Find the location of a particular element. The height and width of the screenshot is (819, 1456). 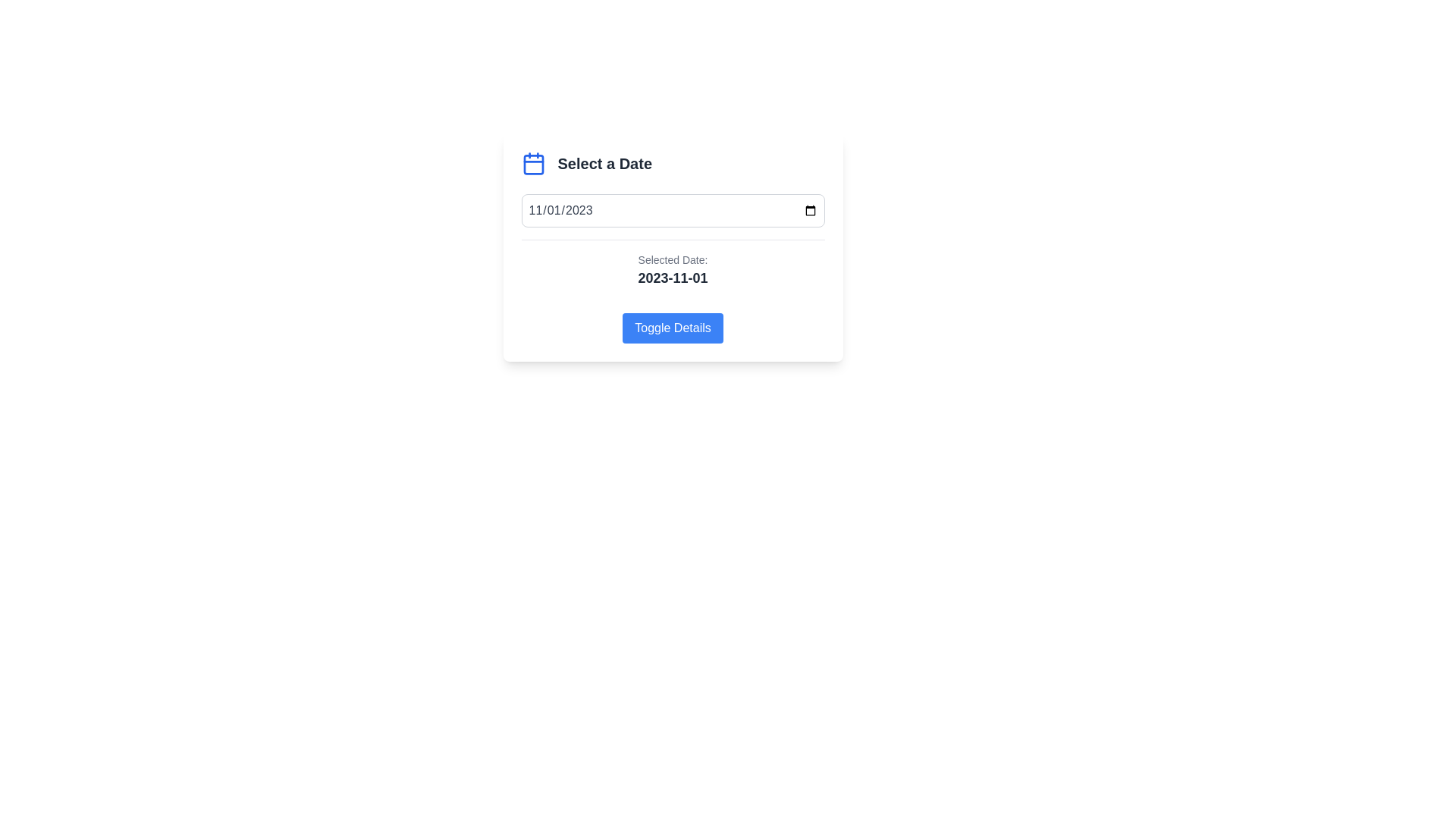

the blue calendar icon with a square outline and tabs, located to the left of the 'Select a Date' header is located at coordinates (533, 164).